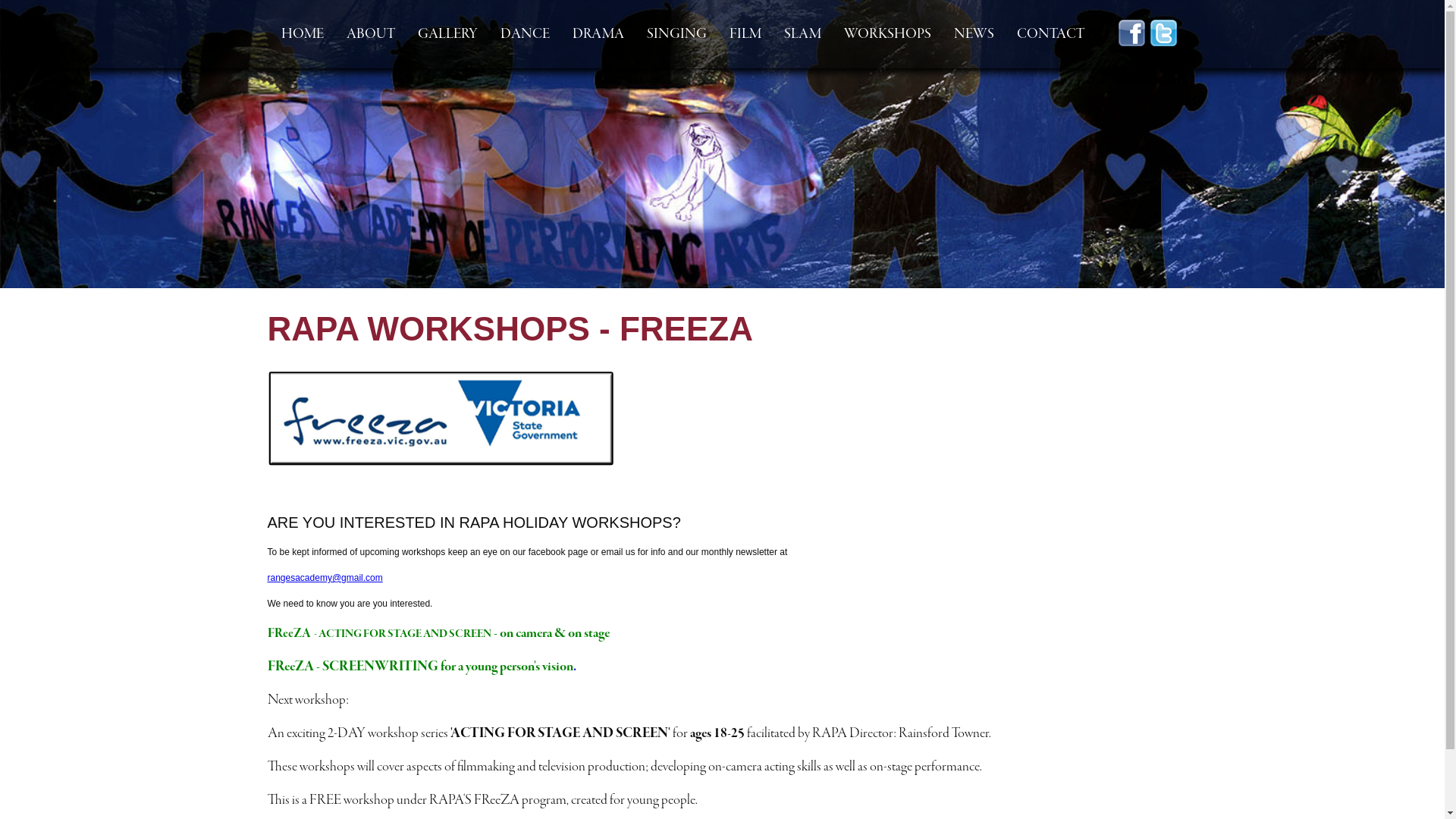  What do you see at coordinates (302, 34) in the screenshot?
I see `'HOME'` at bounding box center [302, 34].